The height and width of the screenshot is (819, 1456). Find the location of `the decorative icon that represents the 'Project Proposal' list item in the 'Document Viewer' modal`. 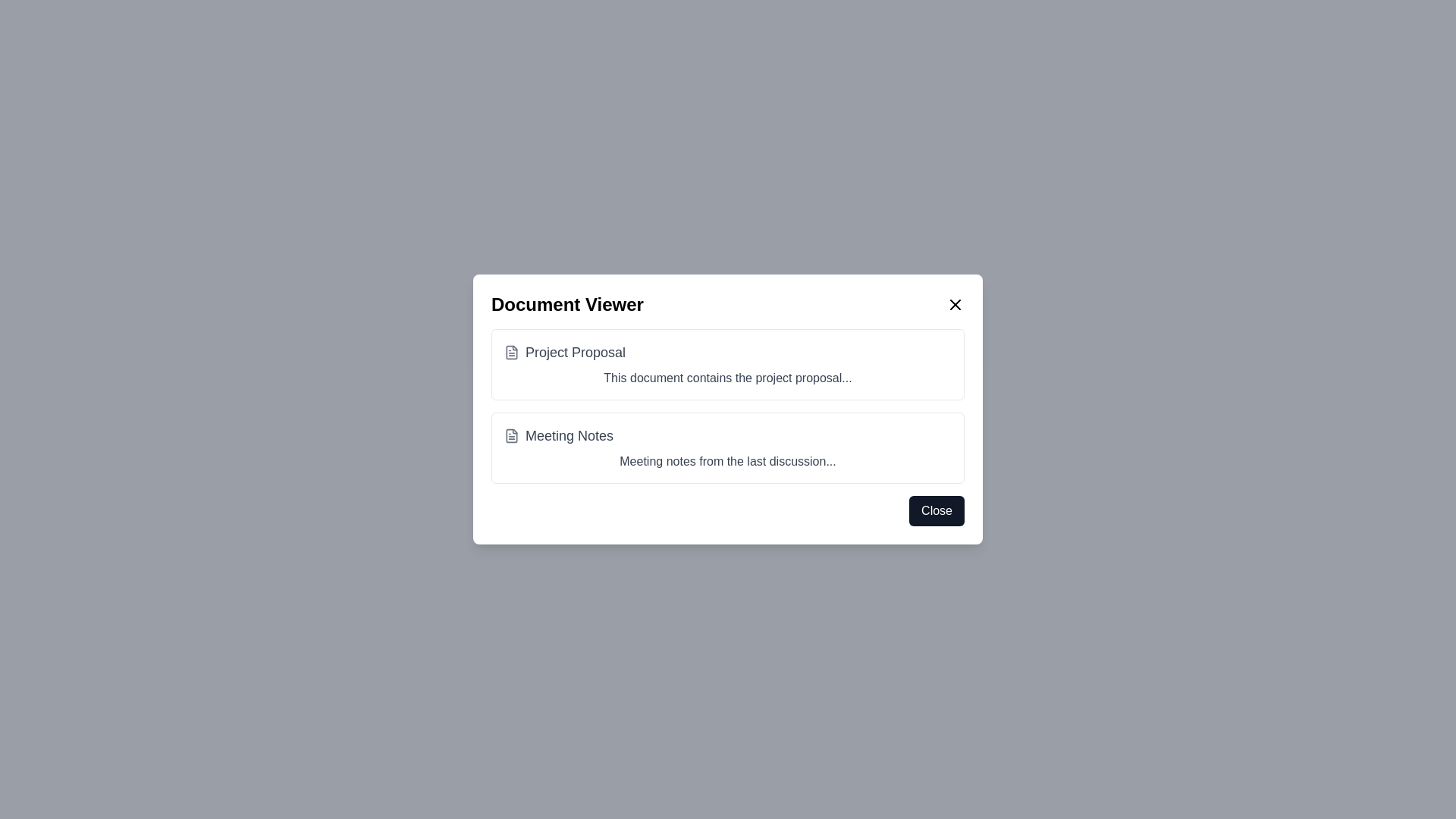

the decorative icon that represents the 'Project Proposal' list item in the 'Document Viewer' modal is located at coordinates (512, 353).